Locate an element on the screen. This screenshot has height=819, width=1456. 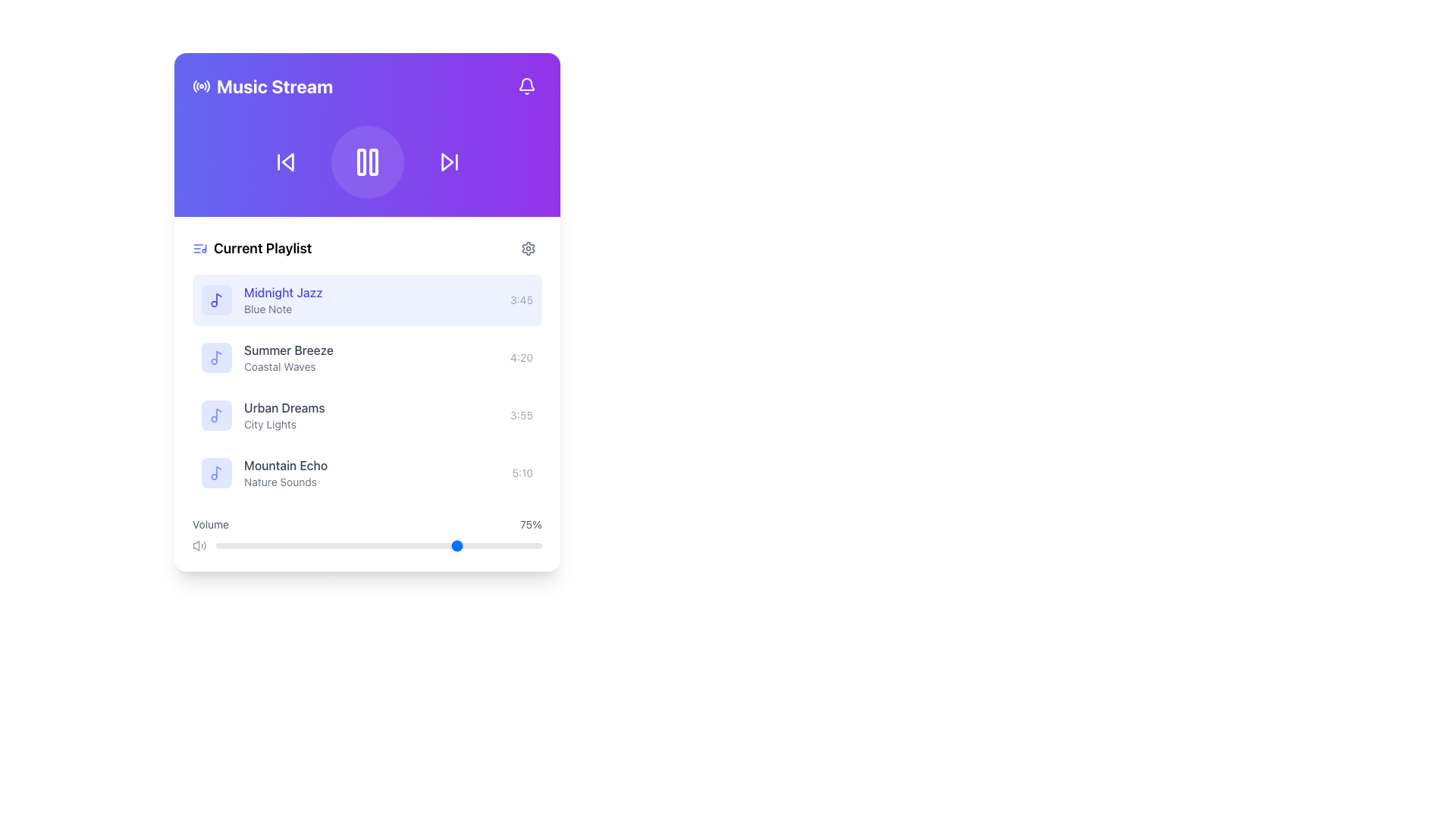
the first item in the playlist, which displays the track title, artist, and duration is located at coordinates (367, 300).